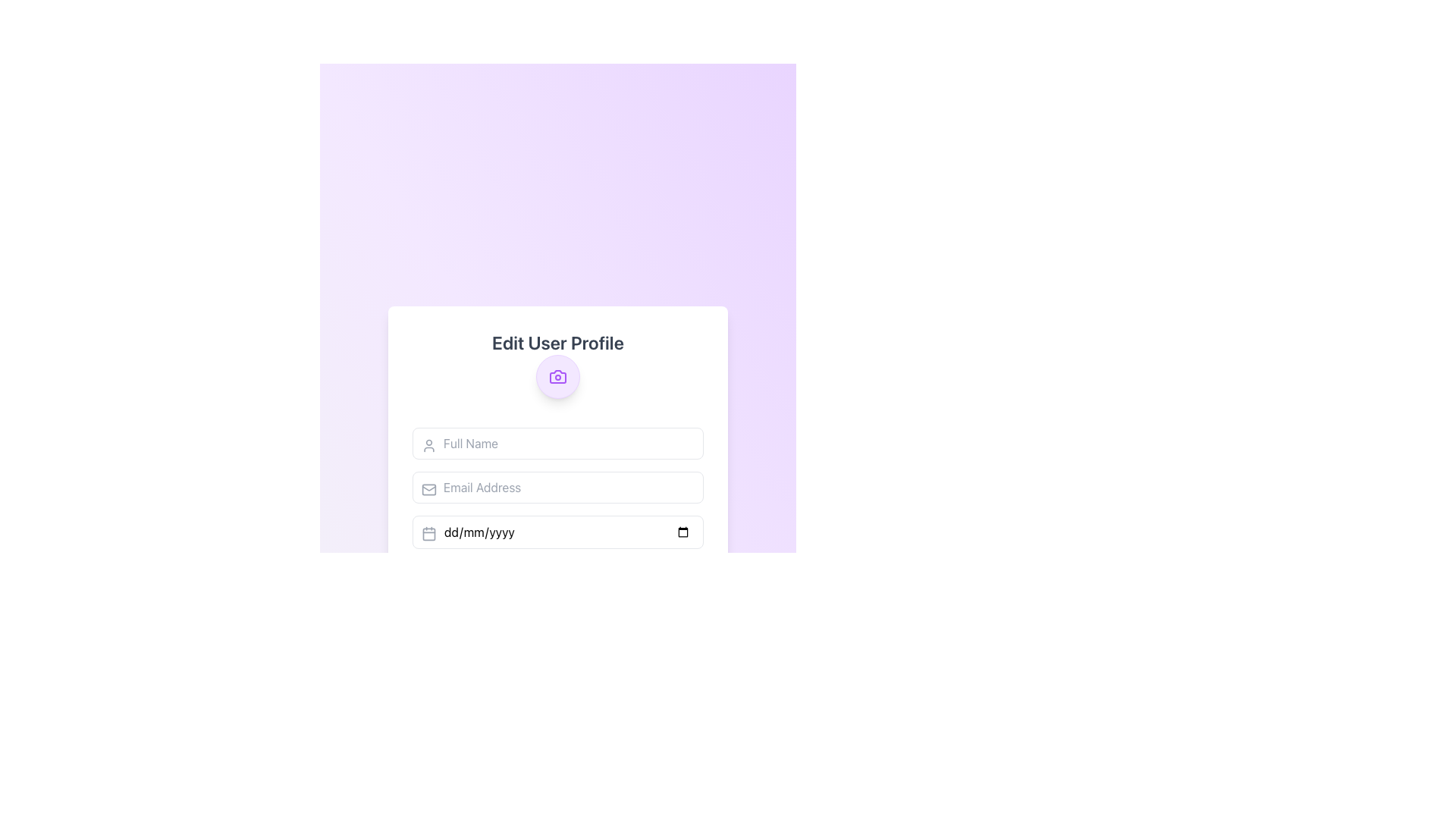 The image size is (1456, 819). I want to click on camera icon element located at the top portion of the camera icon, which has a purple outline on a light purple background, so click(557, 376).